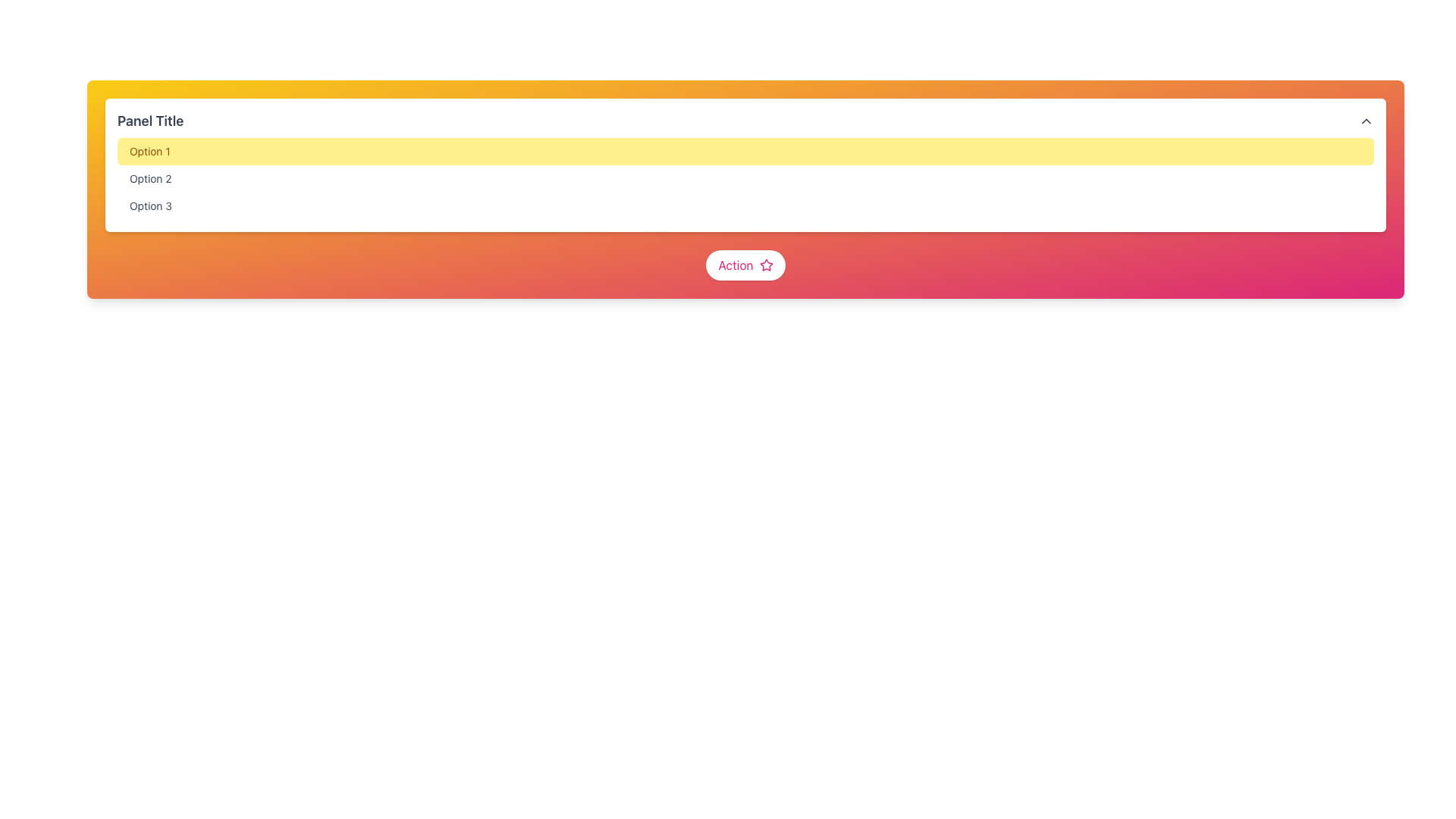 The width and height of the screenshot is (1456, 819). Describe the element at coordinates (745, 177) in the screenshot. I see `the middle option button in the dropdown menu to trigger a hover effect` at that location.